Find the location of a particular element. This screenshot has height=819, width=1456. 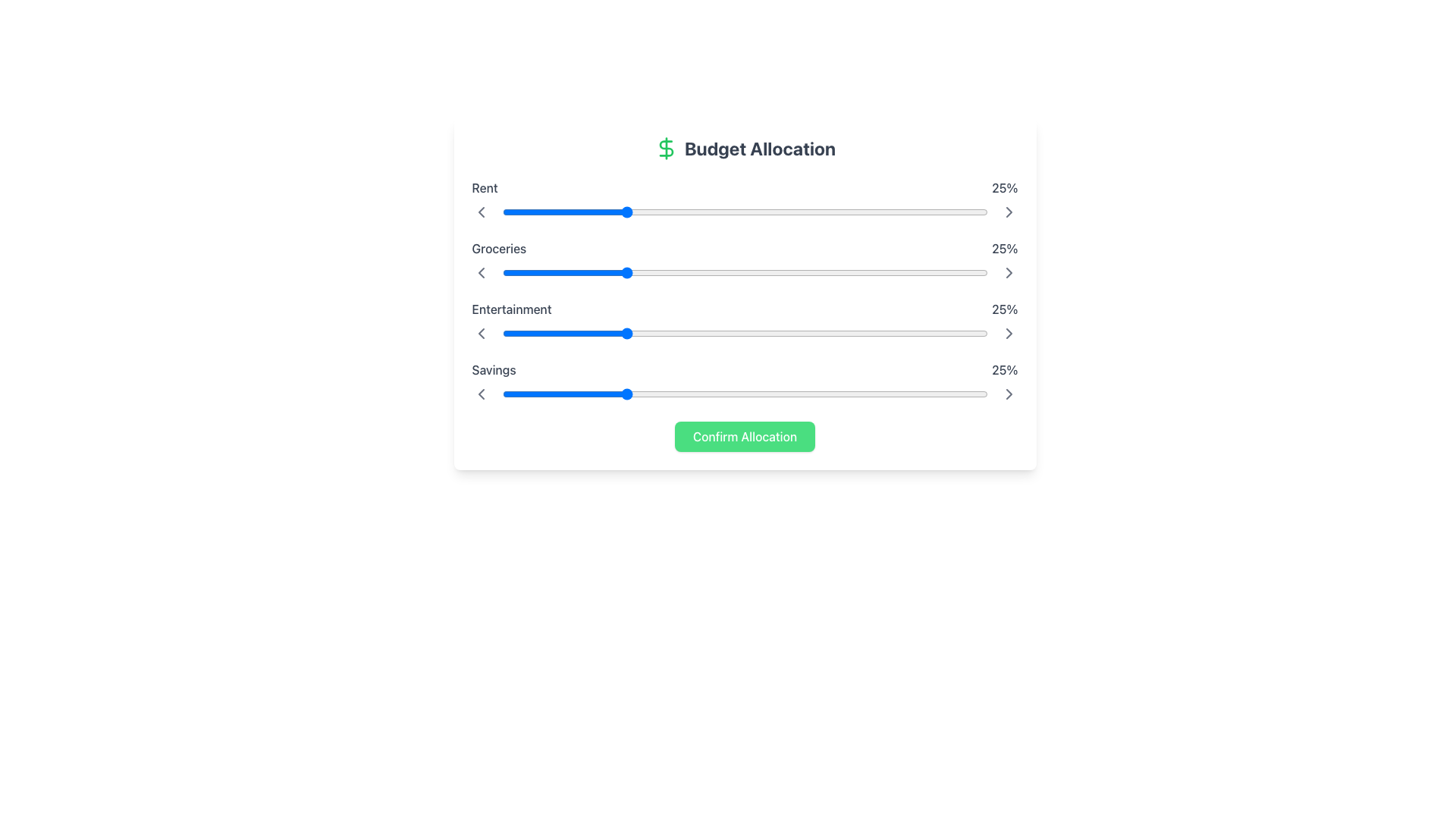

the range slider located in the budget allocation interface, which is labeled 'Groceries' on the left and '25%' on the right, to set a value is located at coordinates (745, 271).